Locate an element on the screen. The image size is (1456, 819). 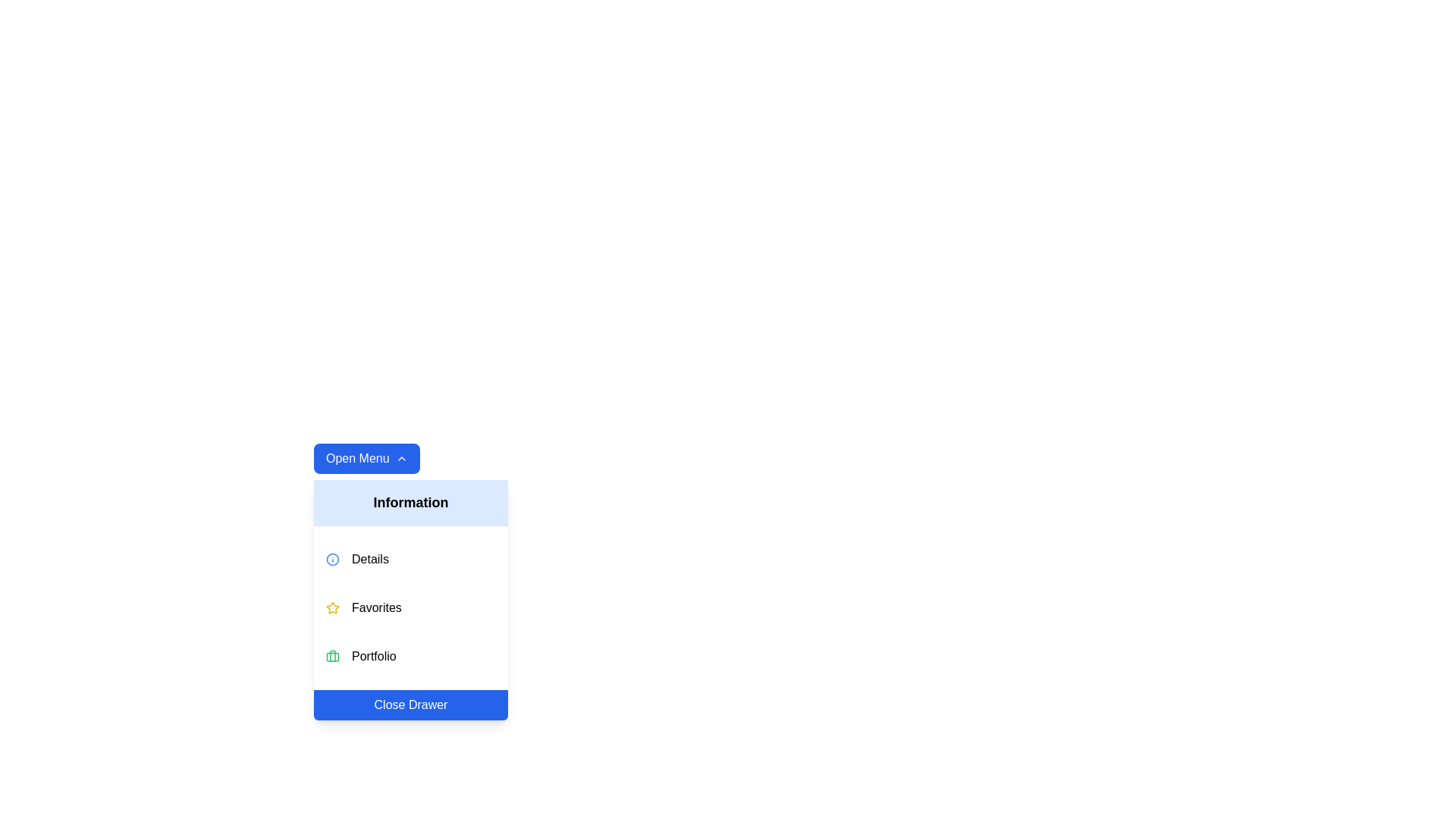
the star-shaped yellow icon associated with the 'Favorites' label in the dropdown menu is located at coordinates (331, 607).